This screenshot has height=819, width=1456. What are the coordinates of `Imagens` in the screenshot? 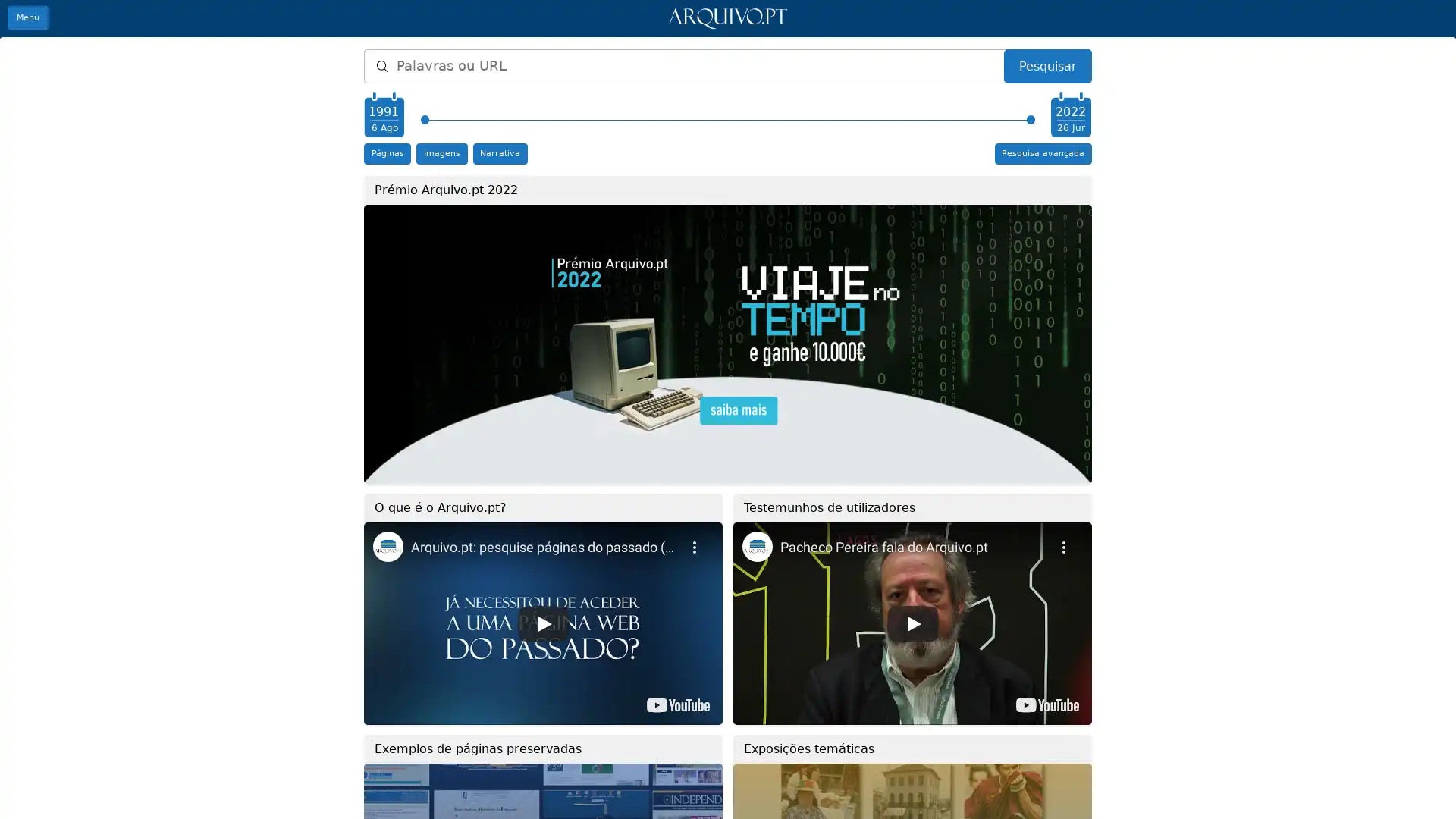 It's located at (441, 153).